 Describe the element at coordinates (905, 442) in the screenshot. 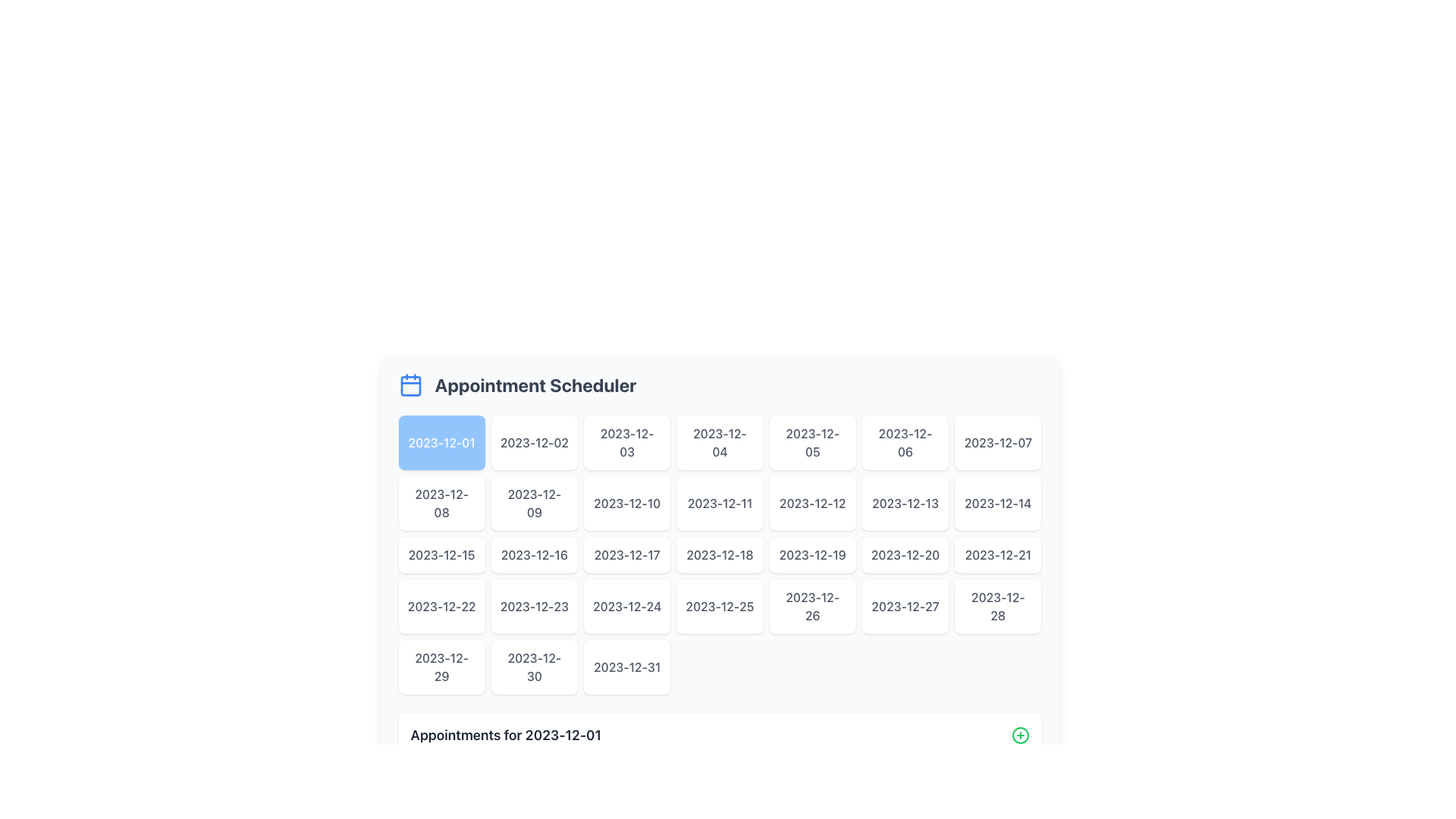

I see `the button labeled '2023-12-06', which is a rectangular button with rounded corners, a white background, and gray text` at that location.